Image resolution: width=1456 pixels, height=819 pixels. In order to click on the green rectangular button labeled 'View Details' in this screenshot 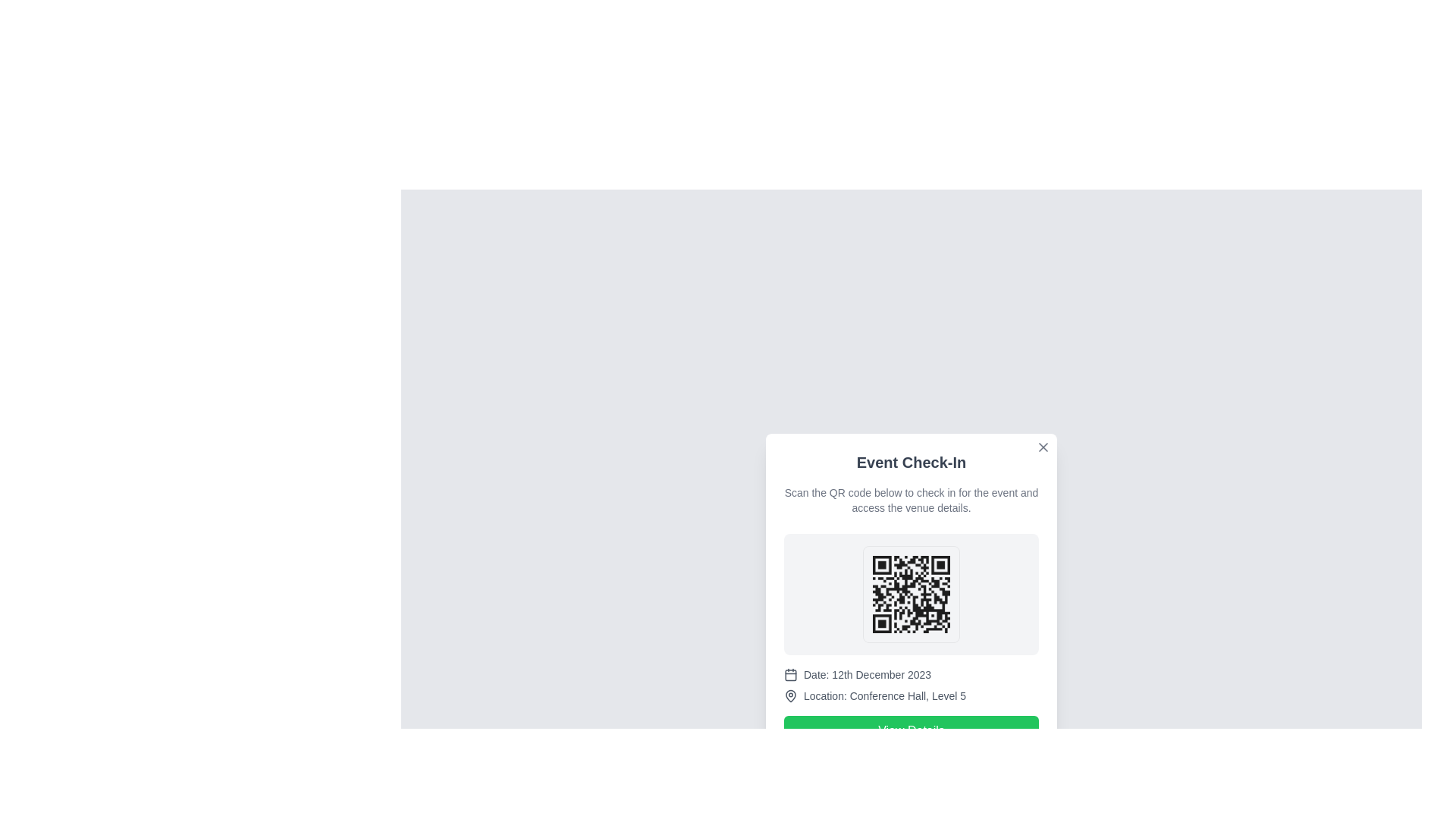, I will do `click(910, 730)`.